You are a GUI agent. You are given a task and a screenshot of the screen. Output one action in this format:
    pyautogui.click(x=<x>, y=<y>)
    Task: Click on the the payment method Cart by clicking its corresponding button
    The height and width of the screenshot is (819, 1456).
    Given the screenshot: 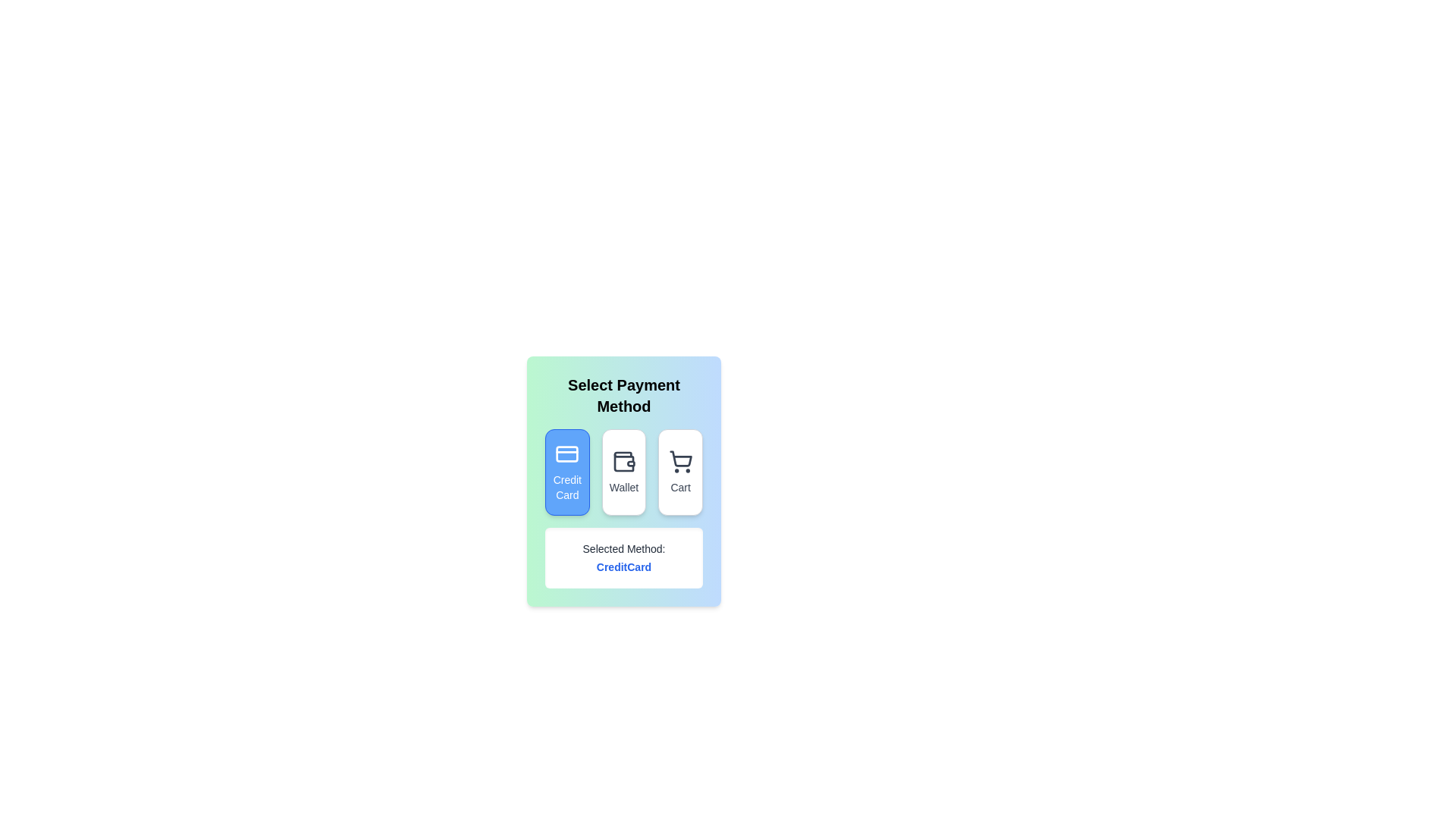 What is the action you would take?
    pyautogui.click(x=679, y=472)
    